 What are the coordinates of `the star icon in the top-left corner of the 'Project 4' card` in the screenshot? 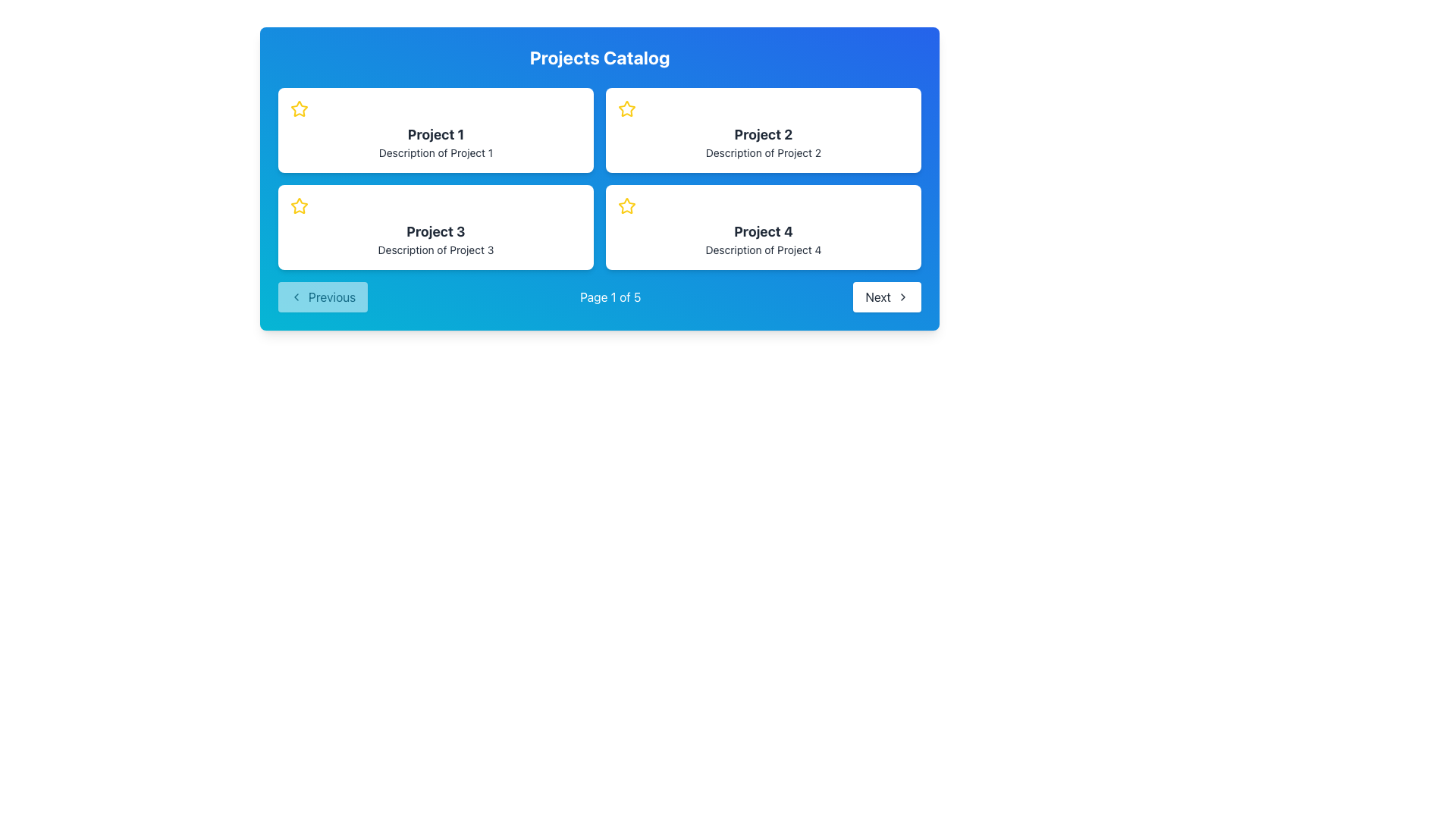 It's located at (626, 206).